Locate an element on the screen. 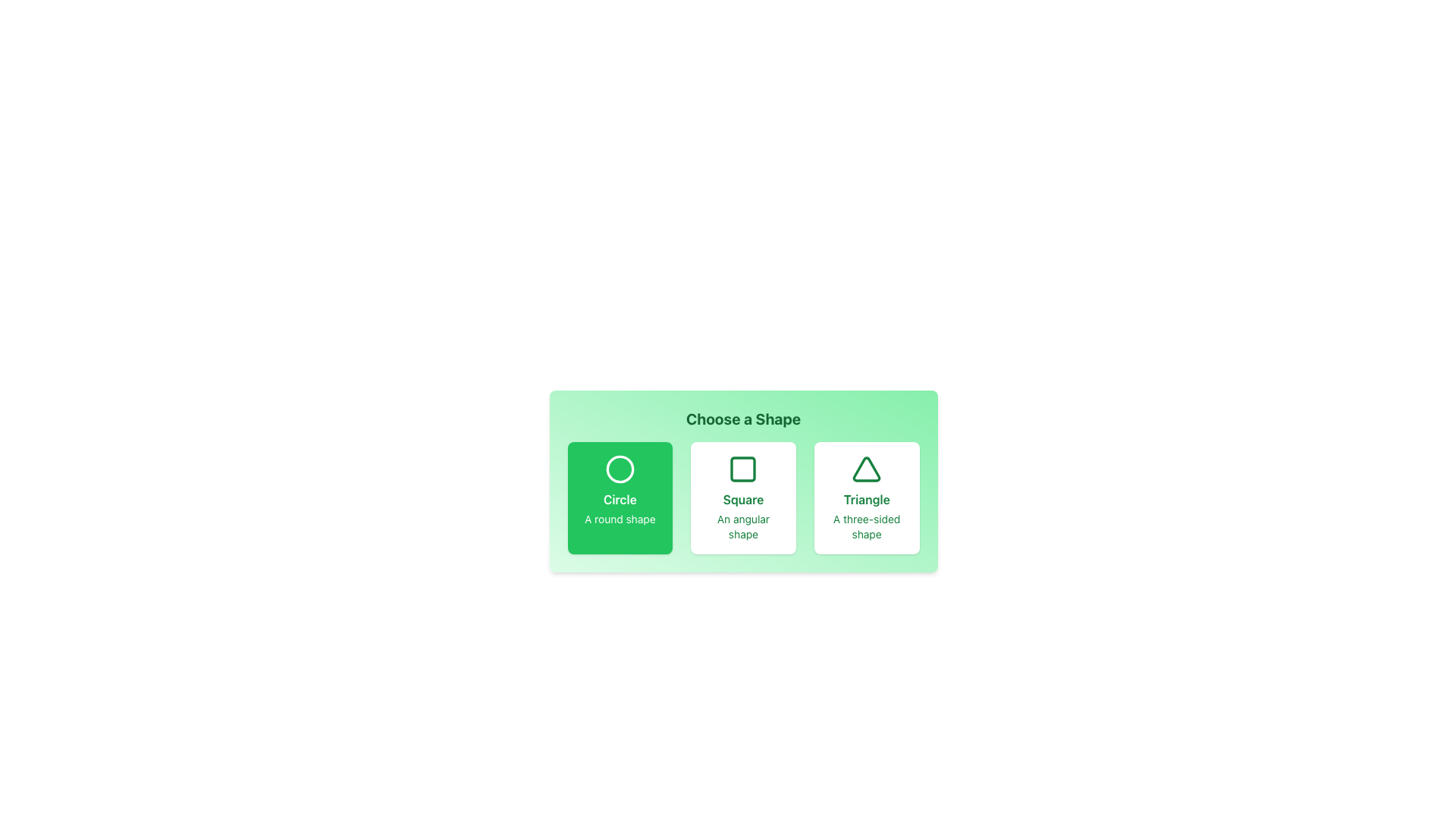 The width and height of the screenshot is (1456, 819). the text label reading 'Circle', which is styled in bold font and located at the center of a green rounded rectangle in the leftmost position among three similar rectangles under the 'Choose a Shape' heading is located at coordinates (620, 500).